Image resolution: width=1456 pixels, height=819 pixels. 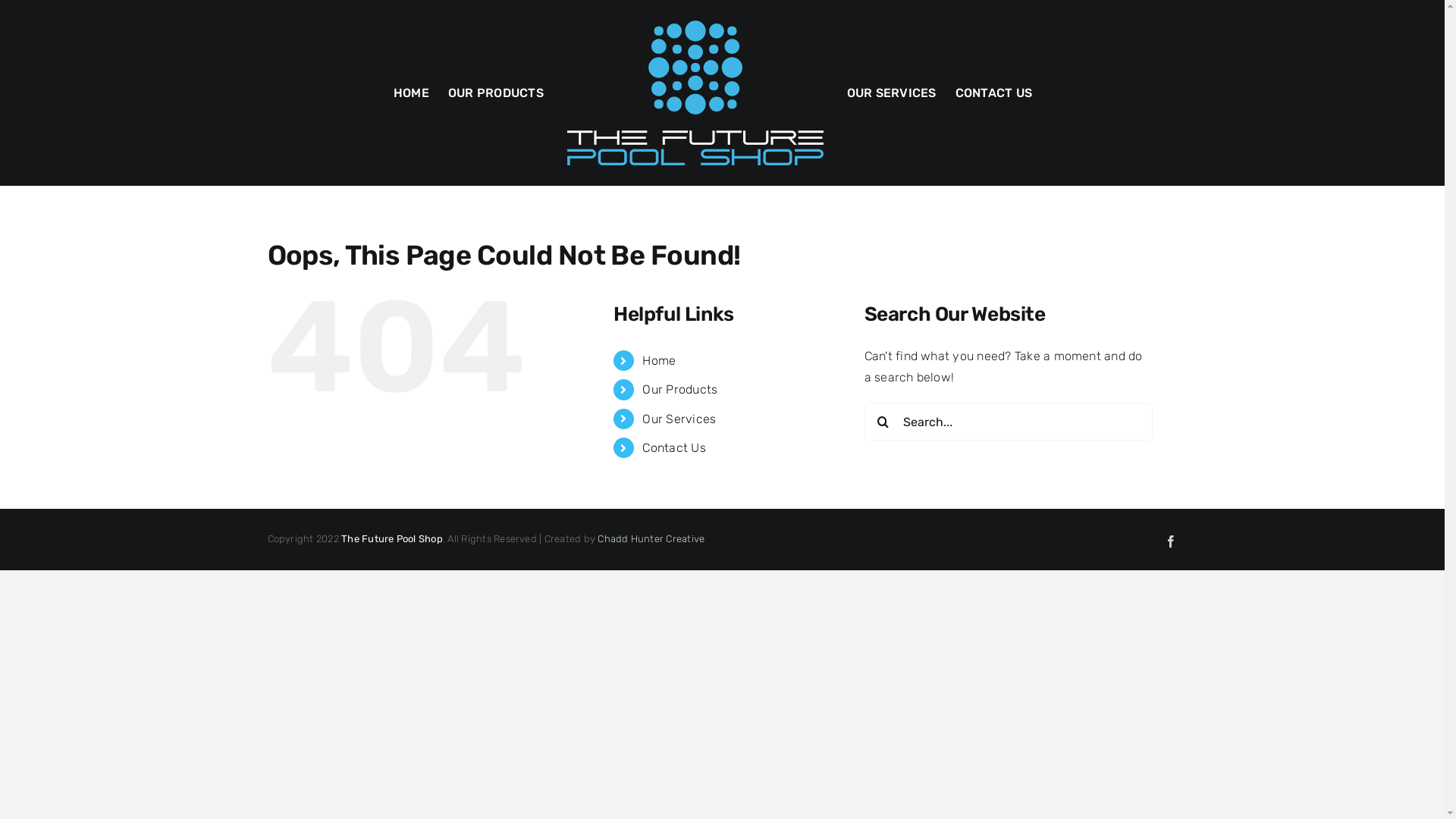 What do you see at coordinates (1170, 540) in the screenshot?
I see `'Facebook'` at bounding box center [1170, 540].